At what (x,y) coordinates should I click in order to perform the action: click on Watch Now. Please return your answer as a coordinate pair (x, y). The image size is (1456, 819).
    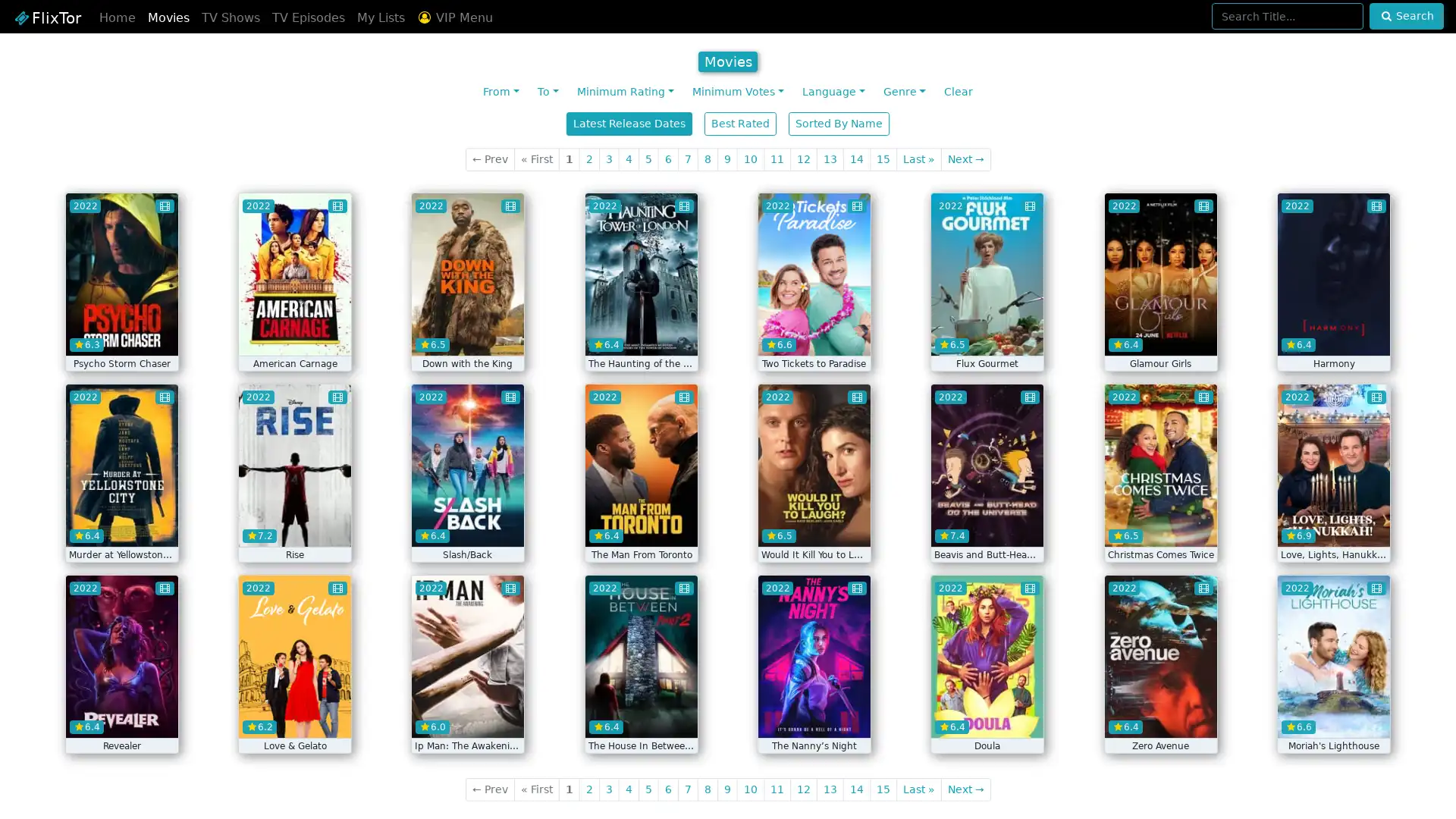
    Looking at the image, I should click on (641, 332).